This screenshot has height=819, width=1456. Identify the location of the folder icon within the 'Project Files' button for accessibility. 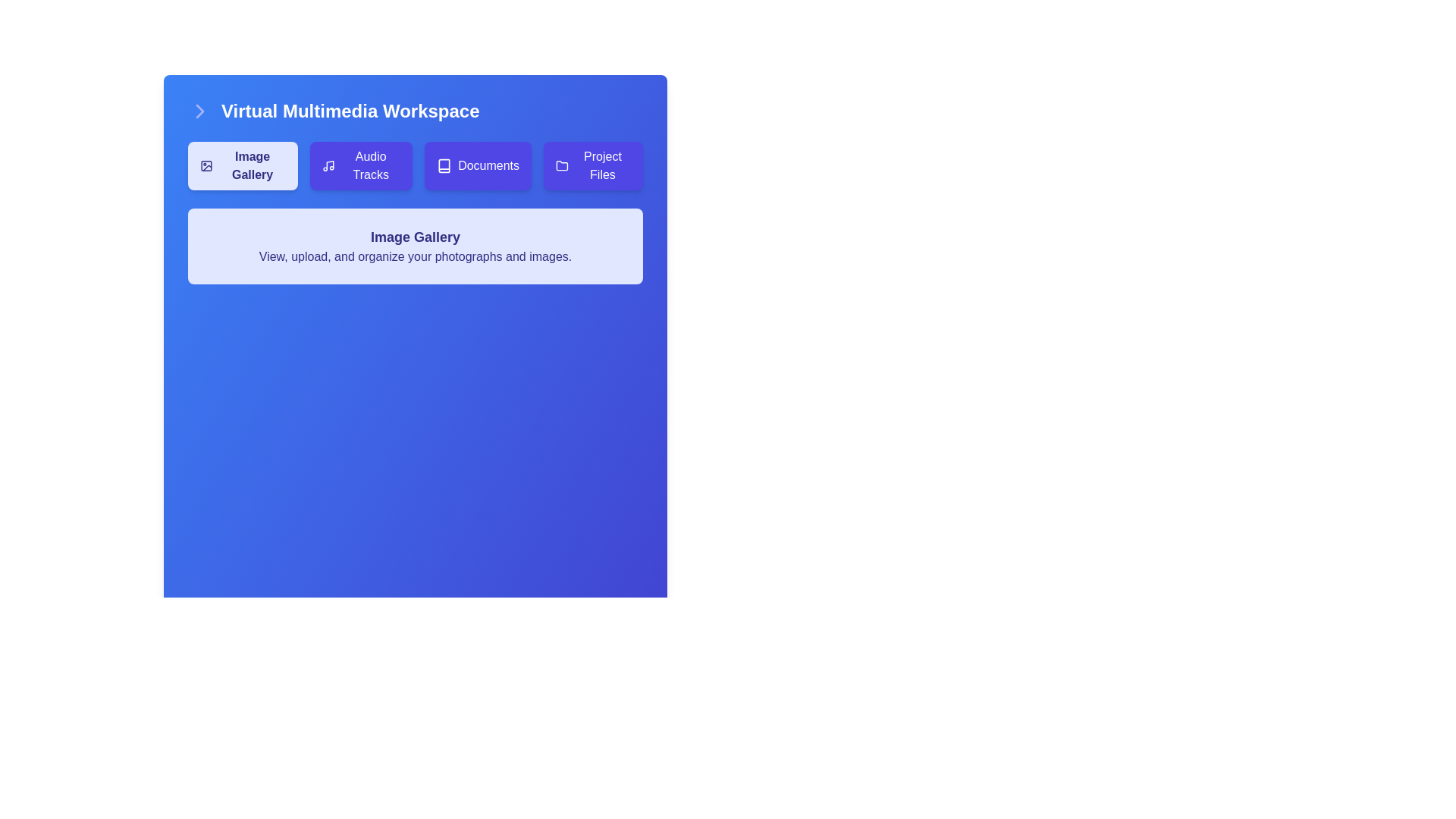
(561, 166).